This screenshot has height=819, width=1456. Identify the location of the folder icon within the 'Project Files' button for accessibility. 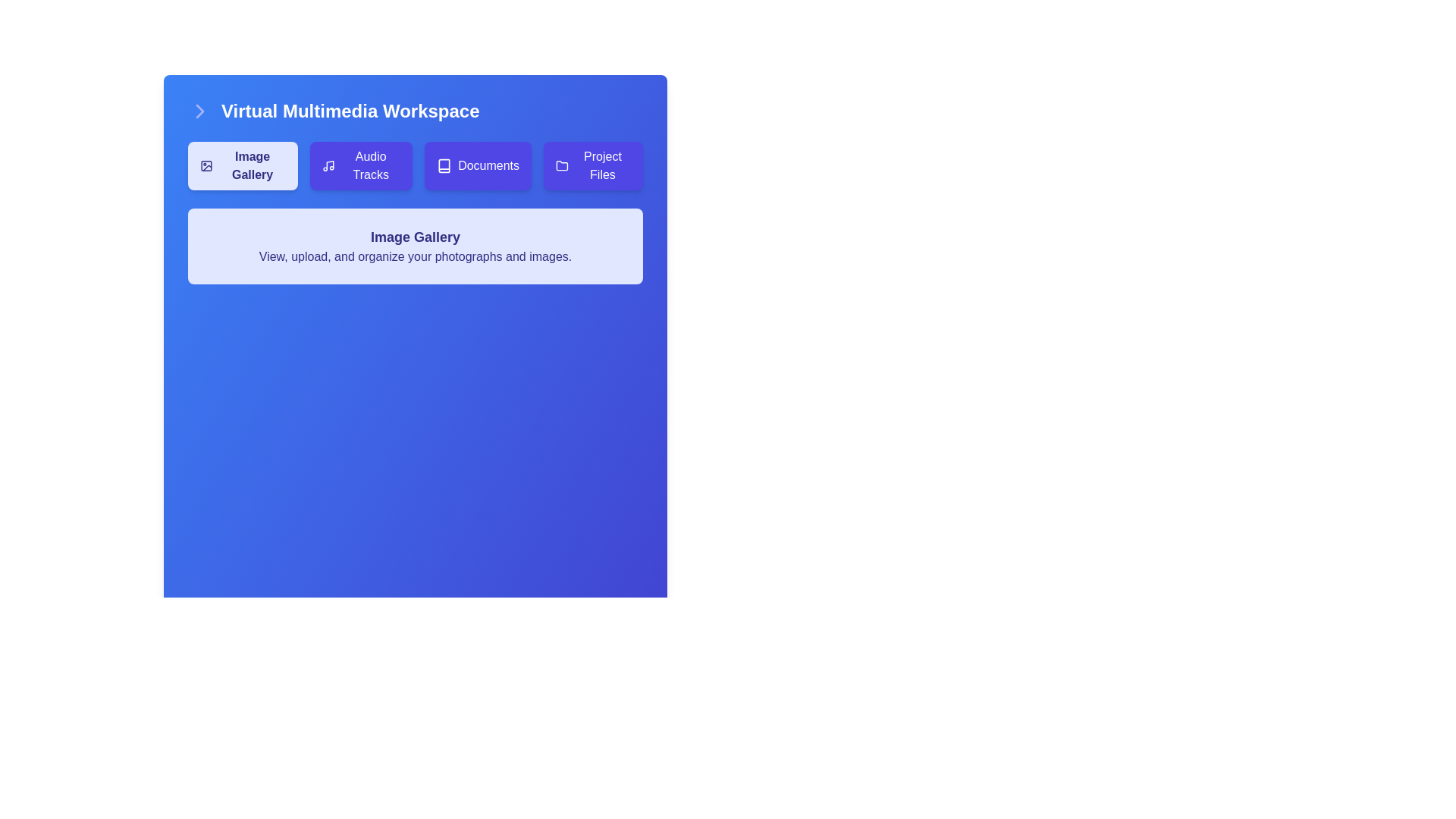
(561, 166).